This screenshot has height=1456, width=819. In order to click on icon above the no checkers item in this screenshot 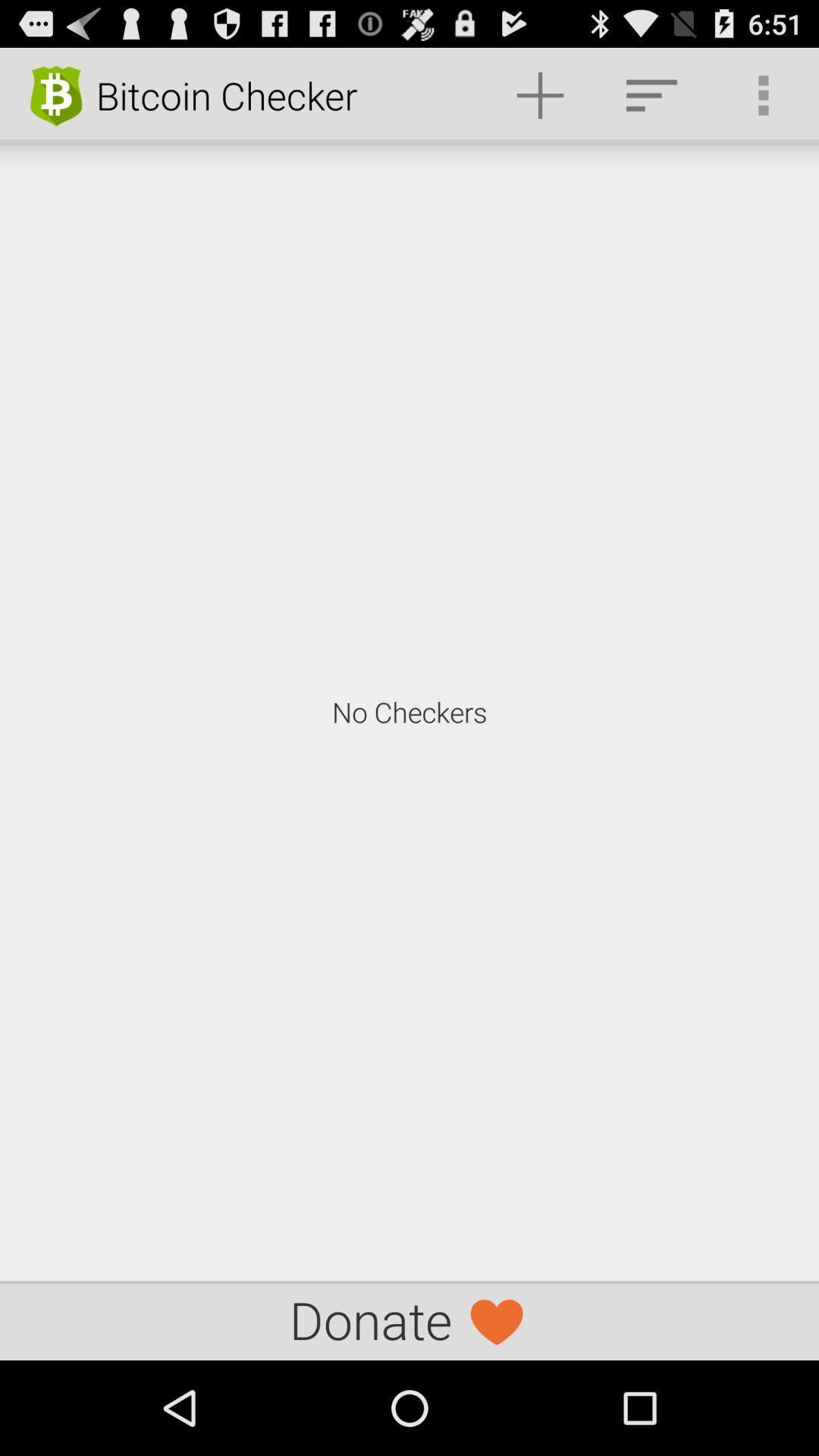, I will do `click(651, 94)`.